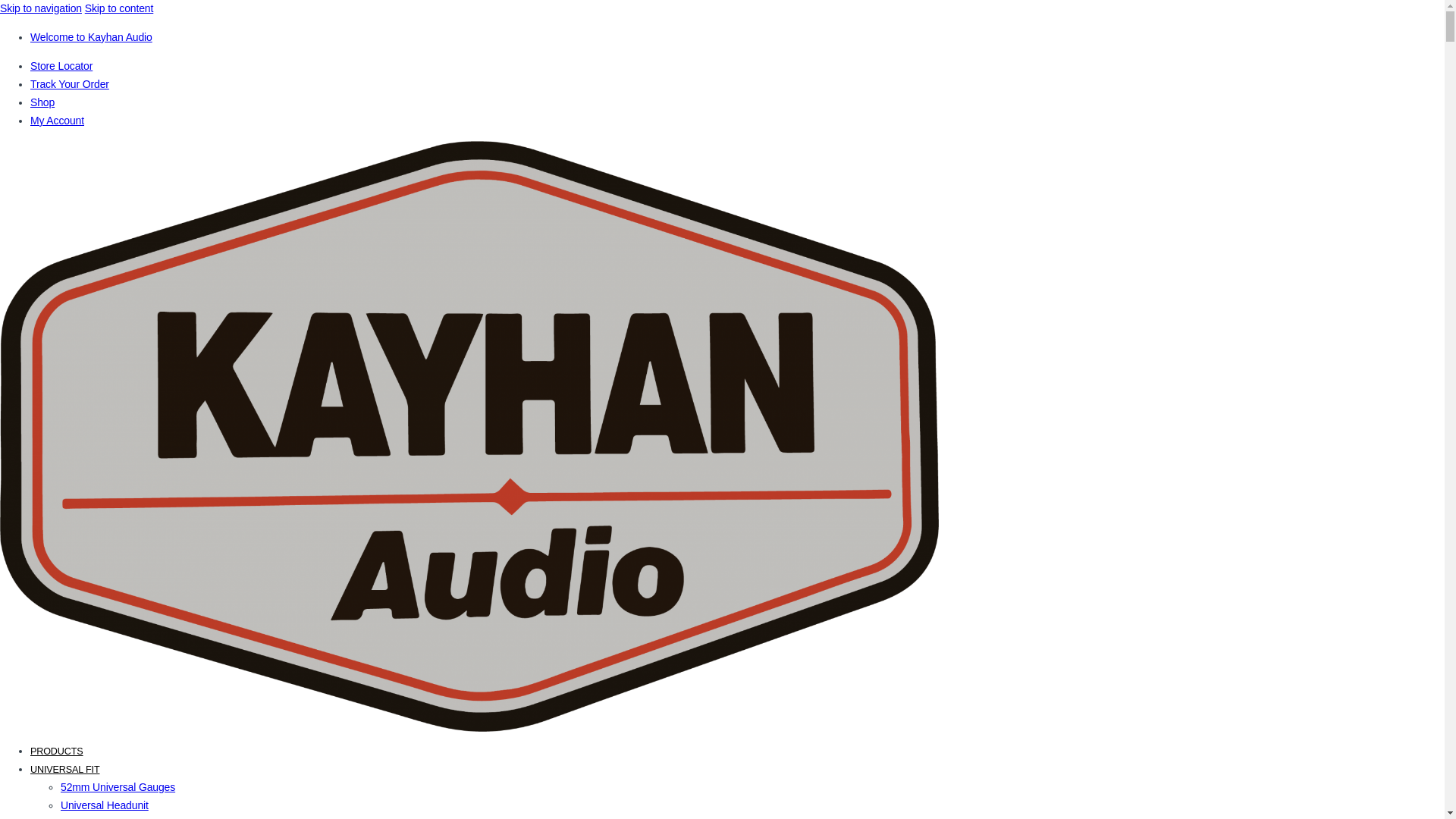 Image resolution: width=1456 pixels, height=819 pixels. I want to click on 'Universal Headunit', so click(104, 804).